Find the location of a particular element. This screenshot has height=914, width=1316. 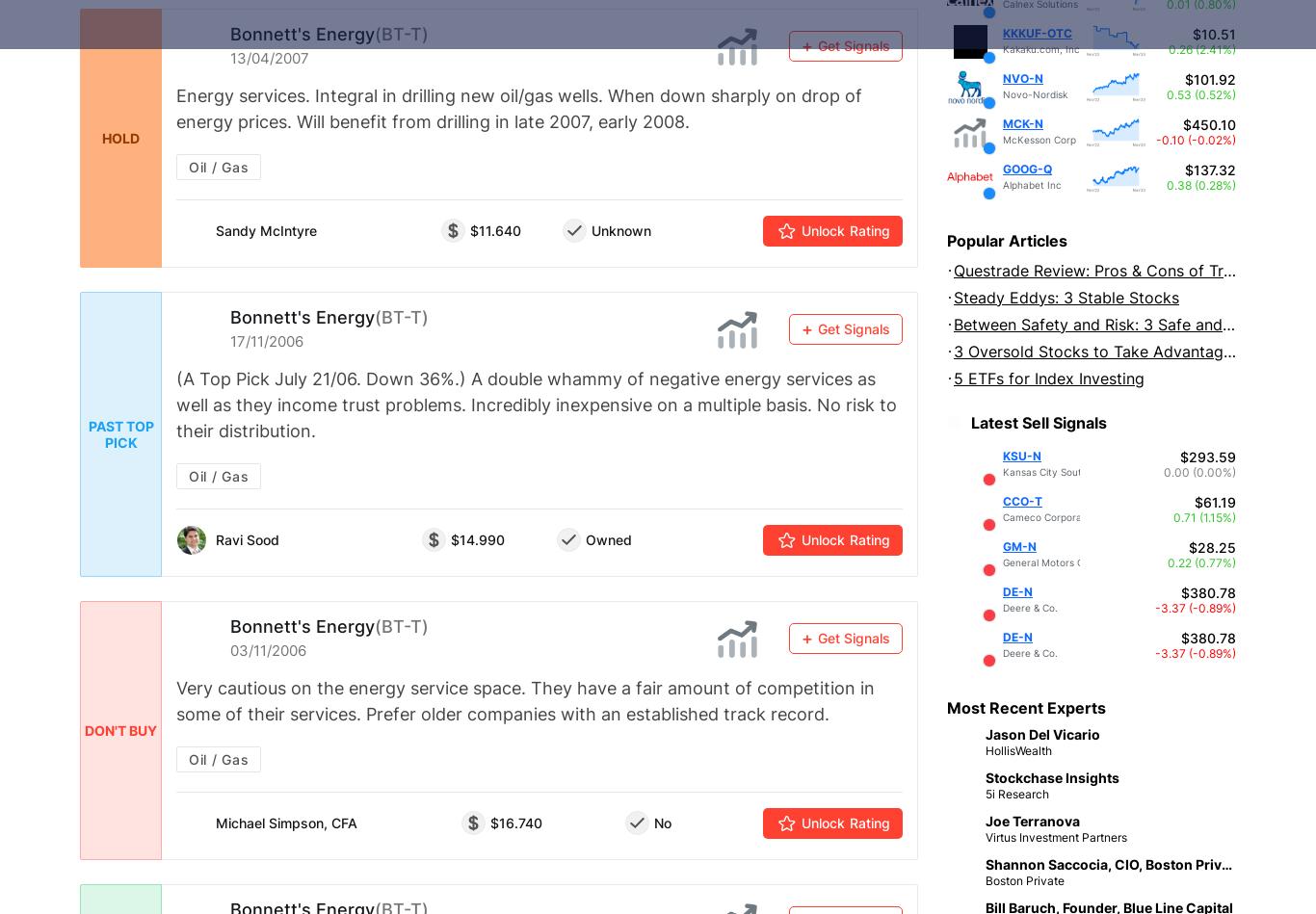

'$137.32' is located at coordinates (1209, 169).